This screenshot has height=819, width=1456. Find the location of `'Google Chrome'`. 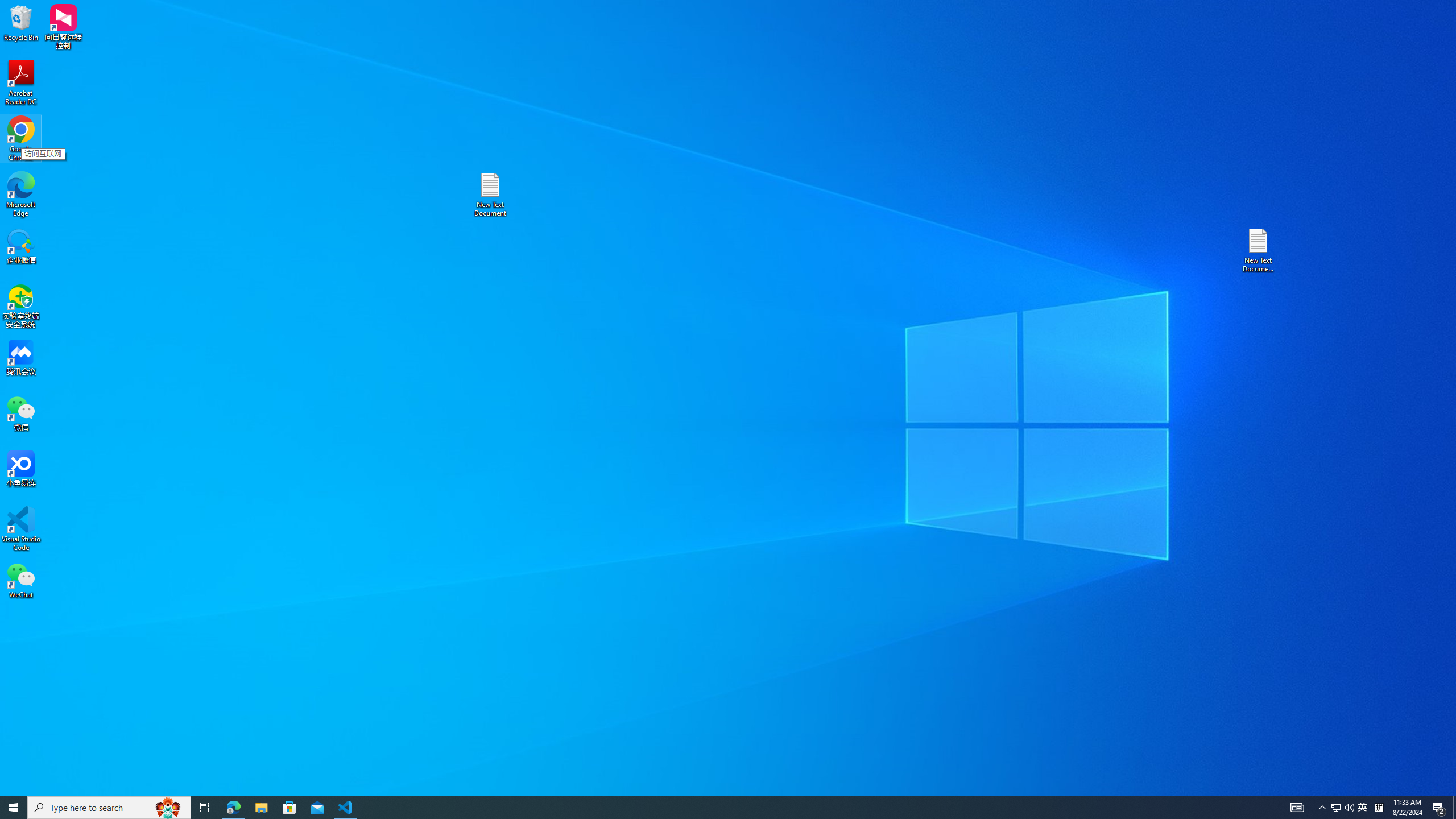

'Google Chrome' is located at coordinates (20, 139).